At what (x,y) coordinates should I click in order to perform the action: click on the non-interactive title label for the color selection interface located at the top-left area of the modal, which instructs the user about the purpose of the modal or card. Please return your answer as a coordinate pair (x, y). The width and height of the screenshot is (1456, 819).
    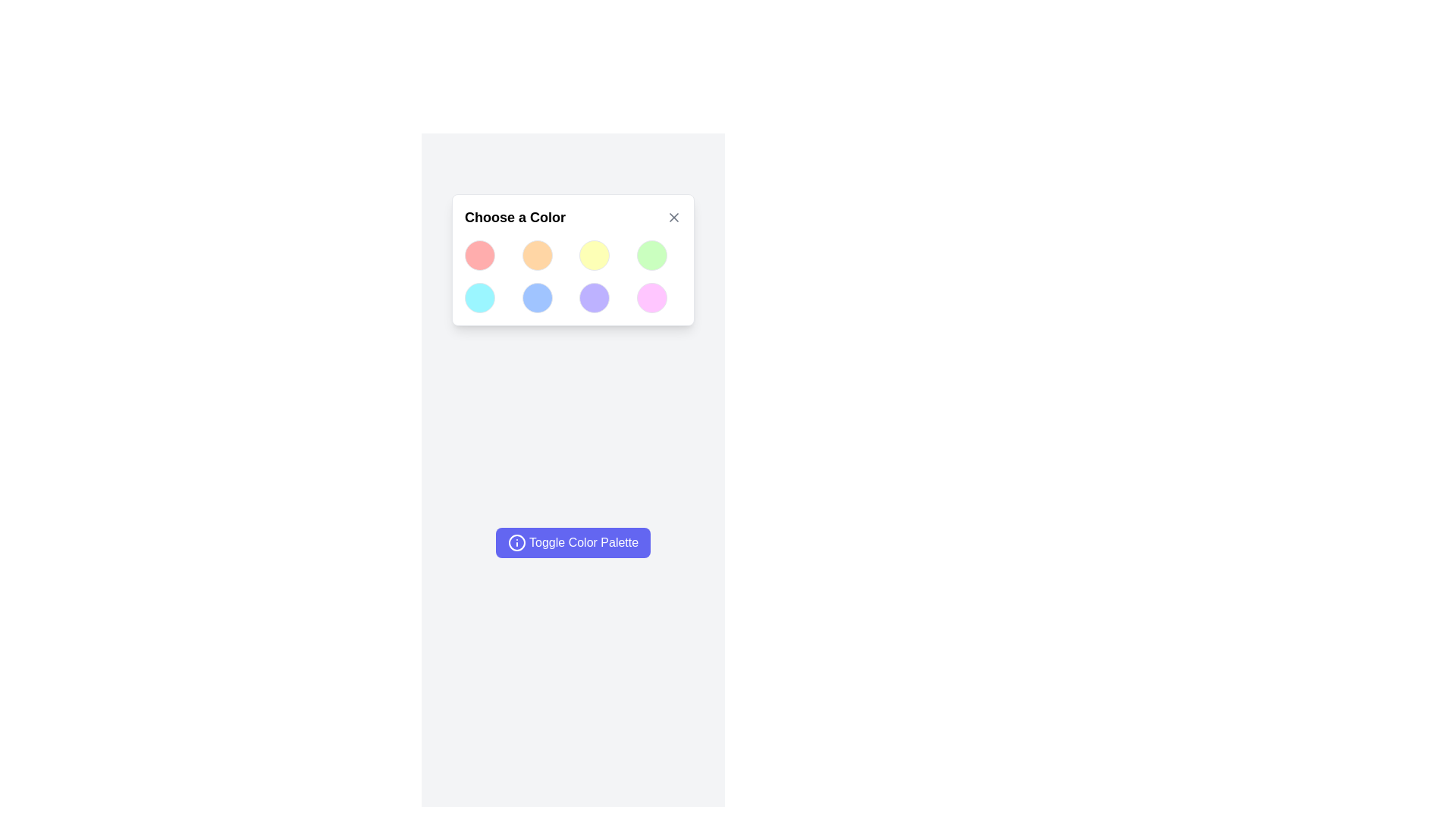
    Looking at the image, I should click on (515, 217).